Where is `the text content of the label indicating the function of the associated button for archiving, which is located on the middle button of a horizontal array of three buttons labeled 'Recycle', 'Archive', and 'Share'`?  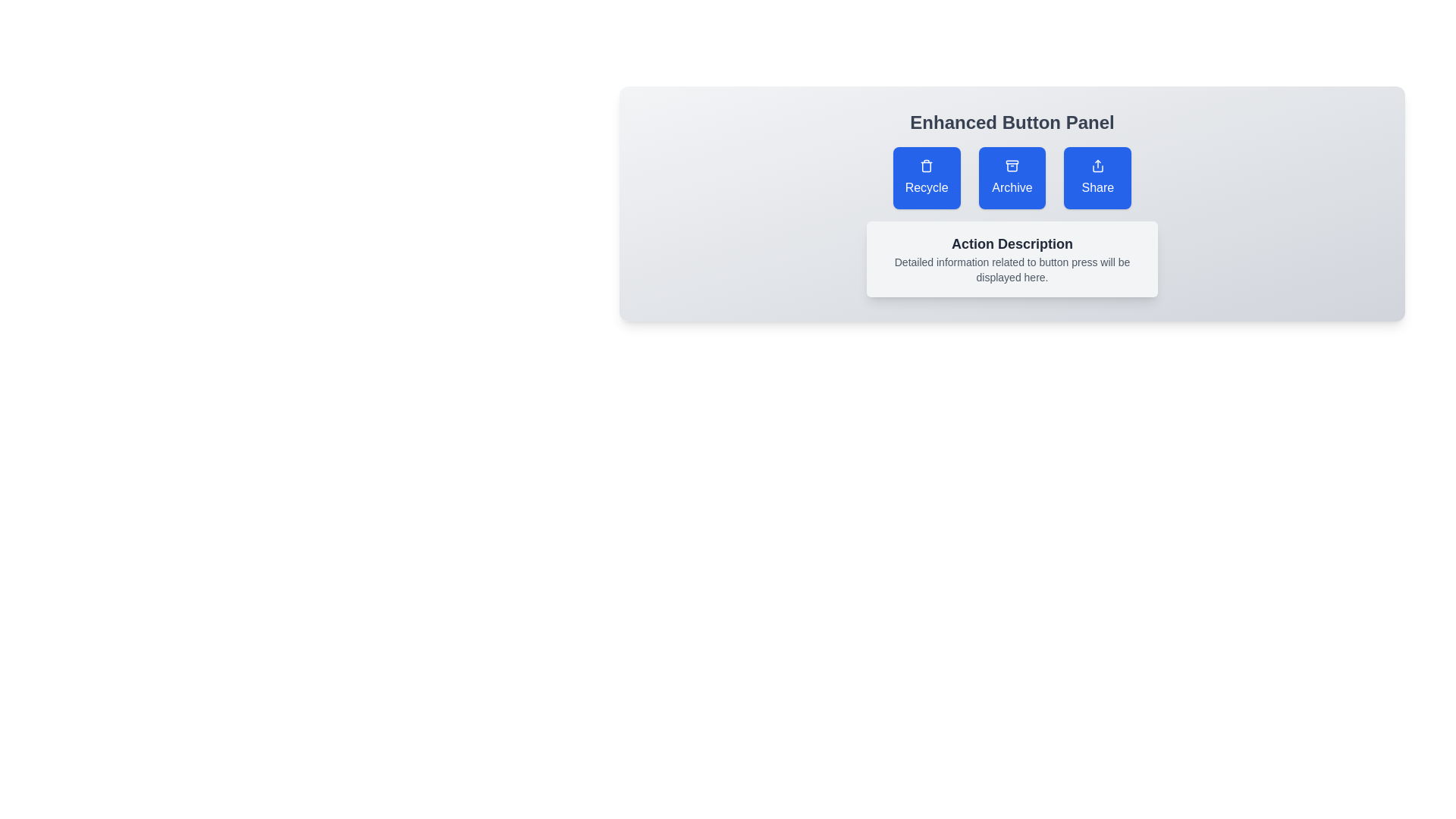
the text content of the label indicating the function of the associated button for archiving, which is located on the middle button of a horizontal array of three buttons labeled 'Recycle', 'Archive', and 'Share' is located at coordinates (1012, 187).